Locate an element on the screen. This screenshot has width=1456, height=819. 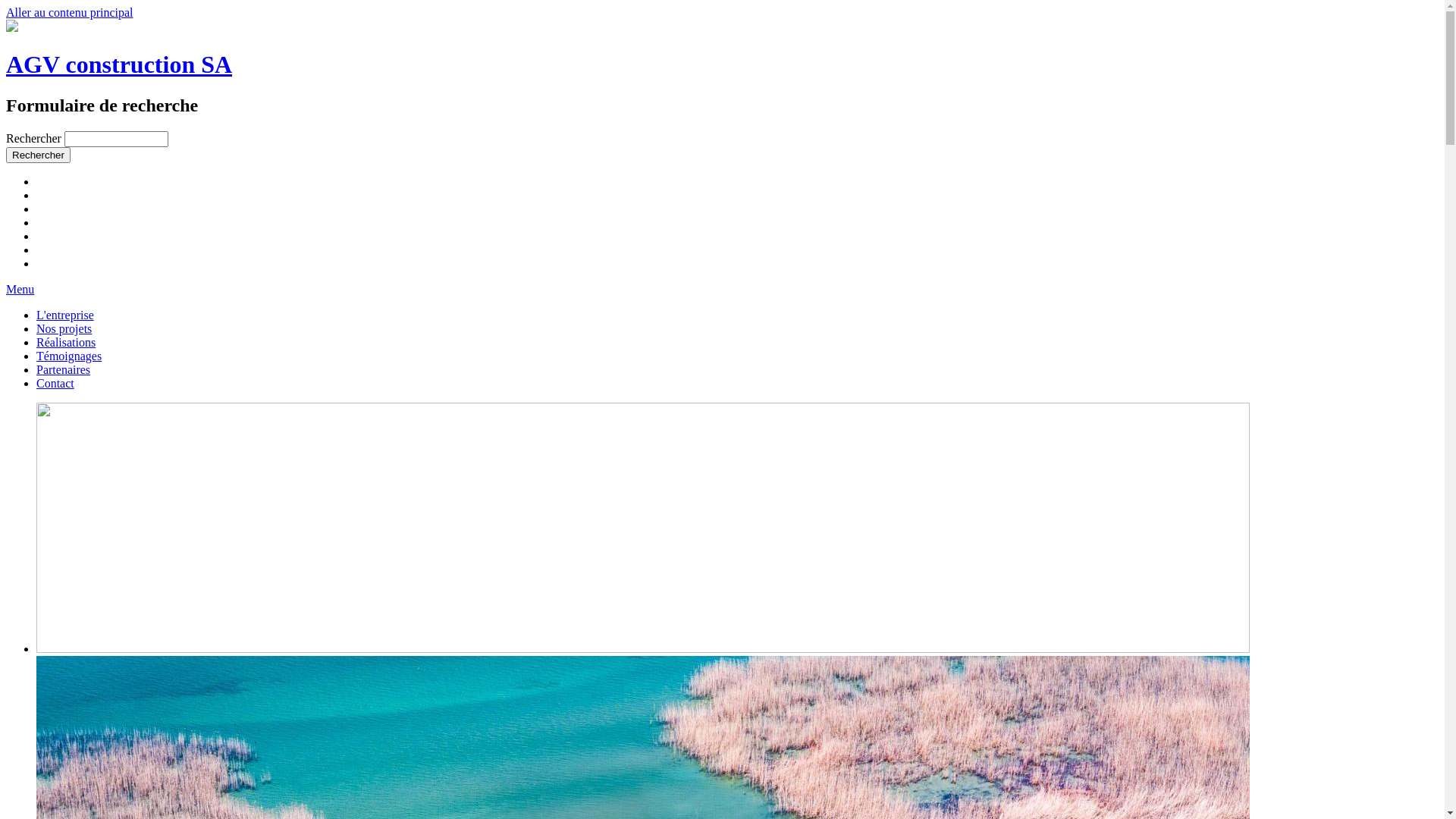
'Aller au contenu principal' is located at coordinates (68, 12).